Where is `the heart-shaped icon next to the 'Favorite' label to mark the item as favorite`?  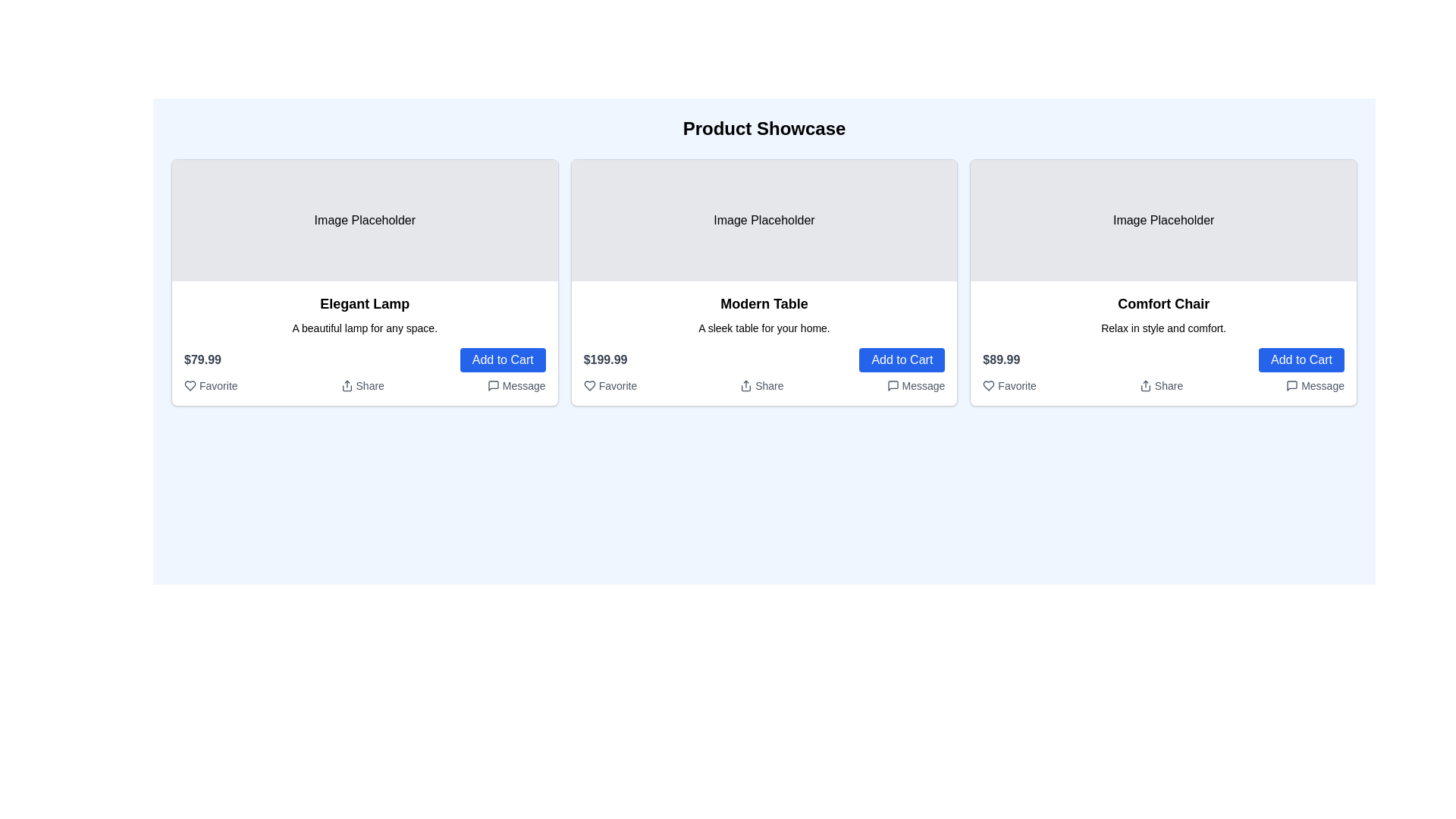
the heart-shaped icon next to the 'Favorite' label to mark the item as favorite is located at coordinates (588, 385).